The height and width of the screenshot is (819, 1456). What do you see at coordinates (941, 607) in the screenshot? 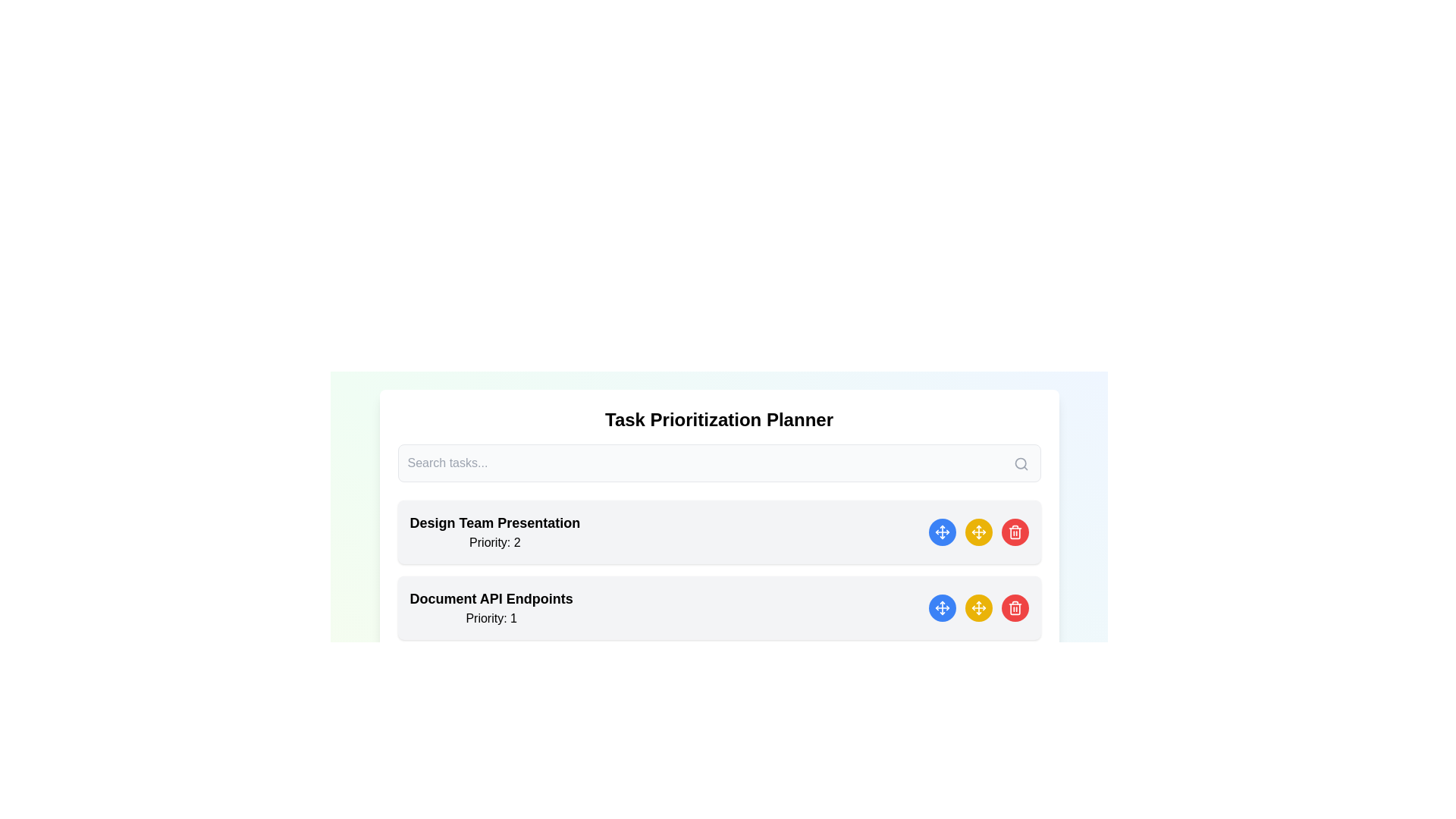
I see `the first button in the lower row of the task list section` at bounding box center [941, 607].